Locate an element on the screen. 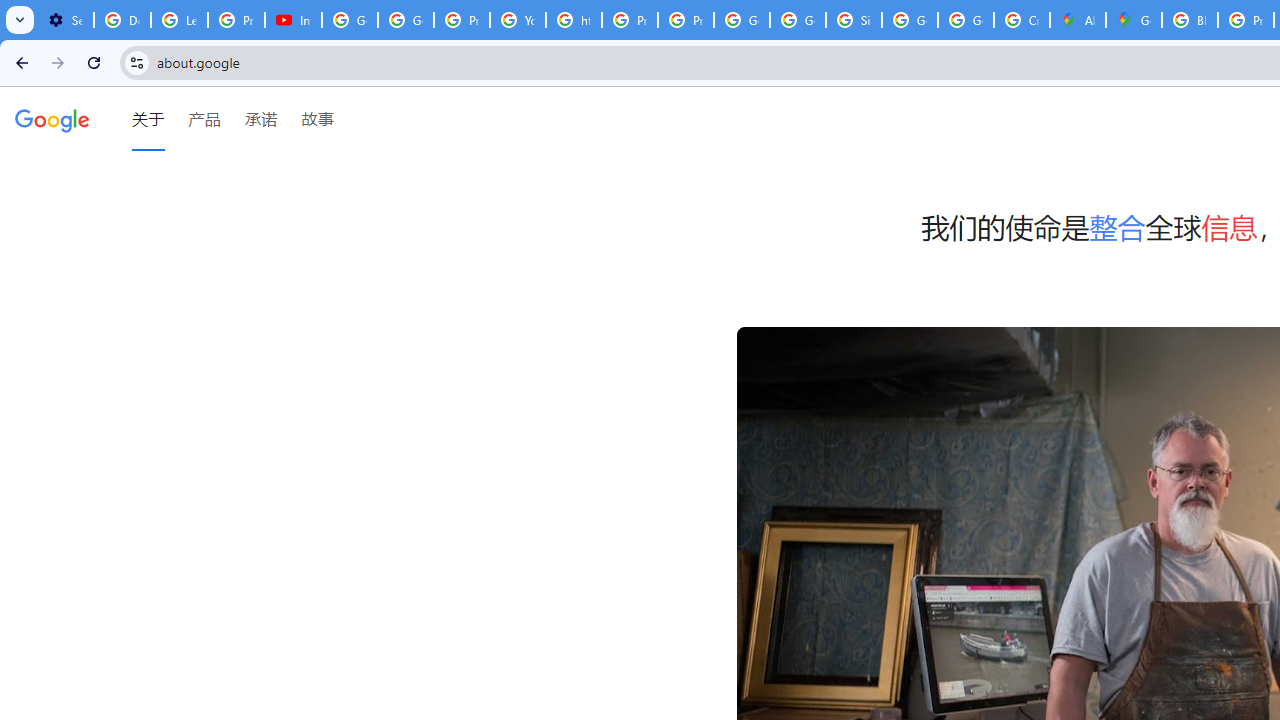  'Introduction | Google Privacy Policy - YouTube' is located at coordinates (292, 20).